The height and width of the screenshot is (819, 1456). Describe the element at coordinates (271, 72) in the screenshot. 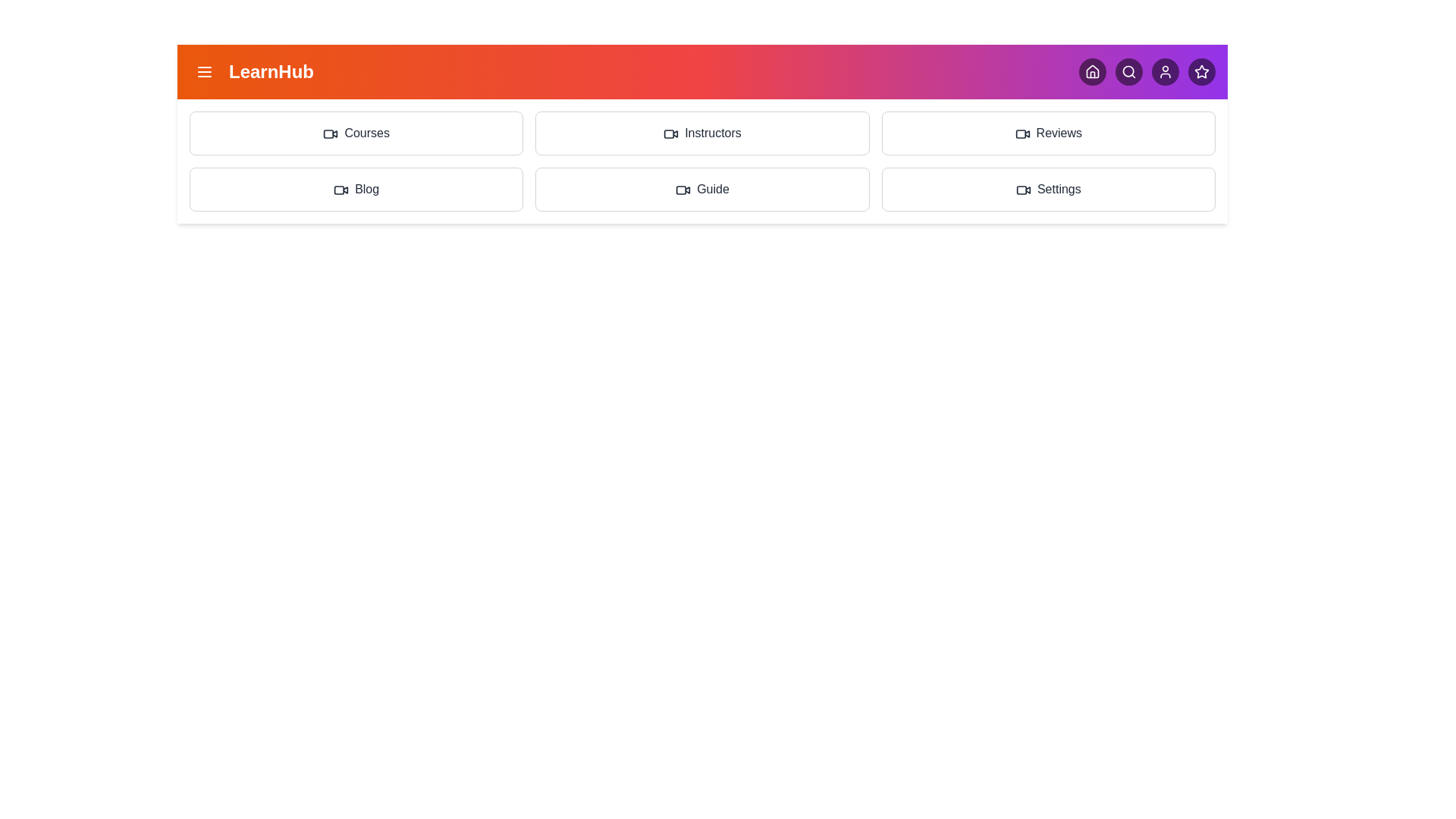

I see `the header text 'LearnHub'` at that location.